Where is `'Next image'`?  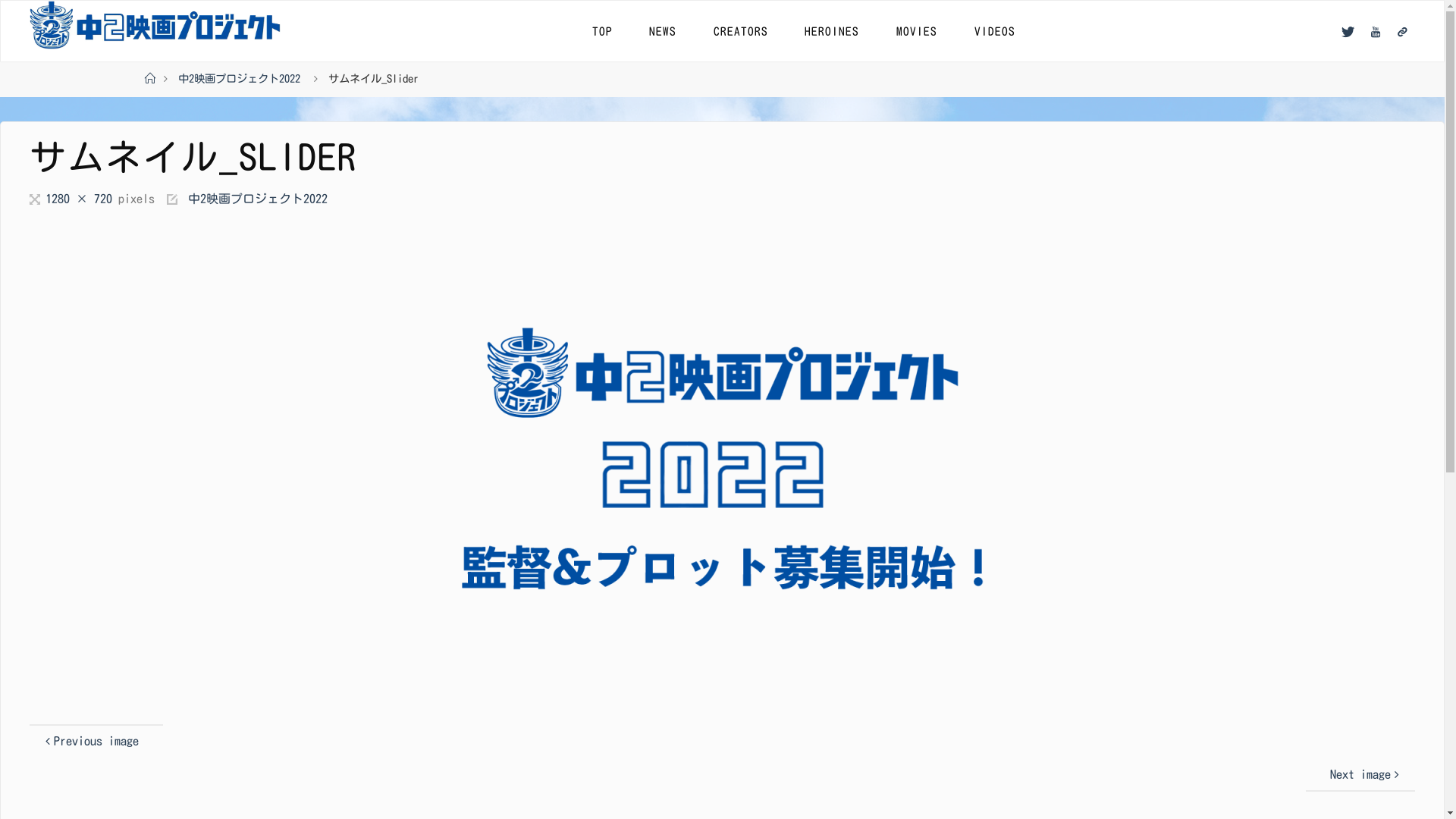
'Next image' is located at coordinates (1305, 774).